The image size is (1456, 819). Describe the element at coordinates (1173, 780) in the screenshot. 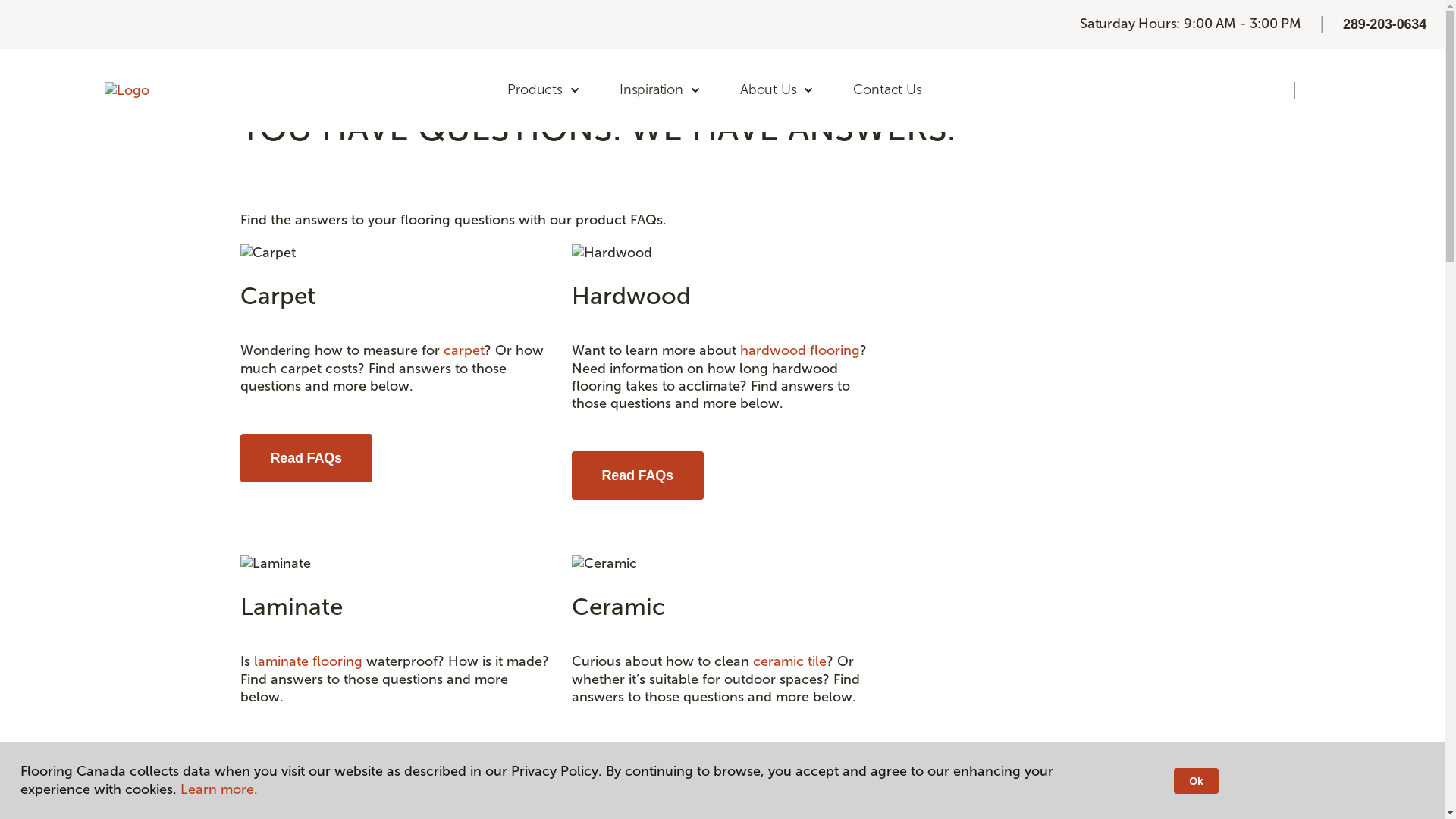

I see `'Ok'` at that location.